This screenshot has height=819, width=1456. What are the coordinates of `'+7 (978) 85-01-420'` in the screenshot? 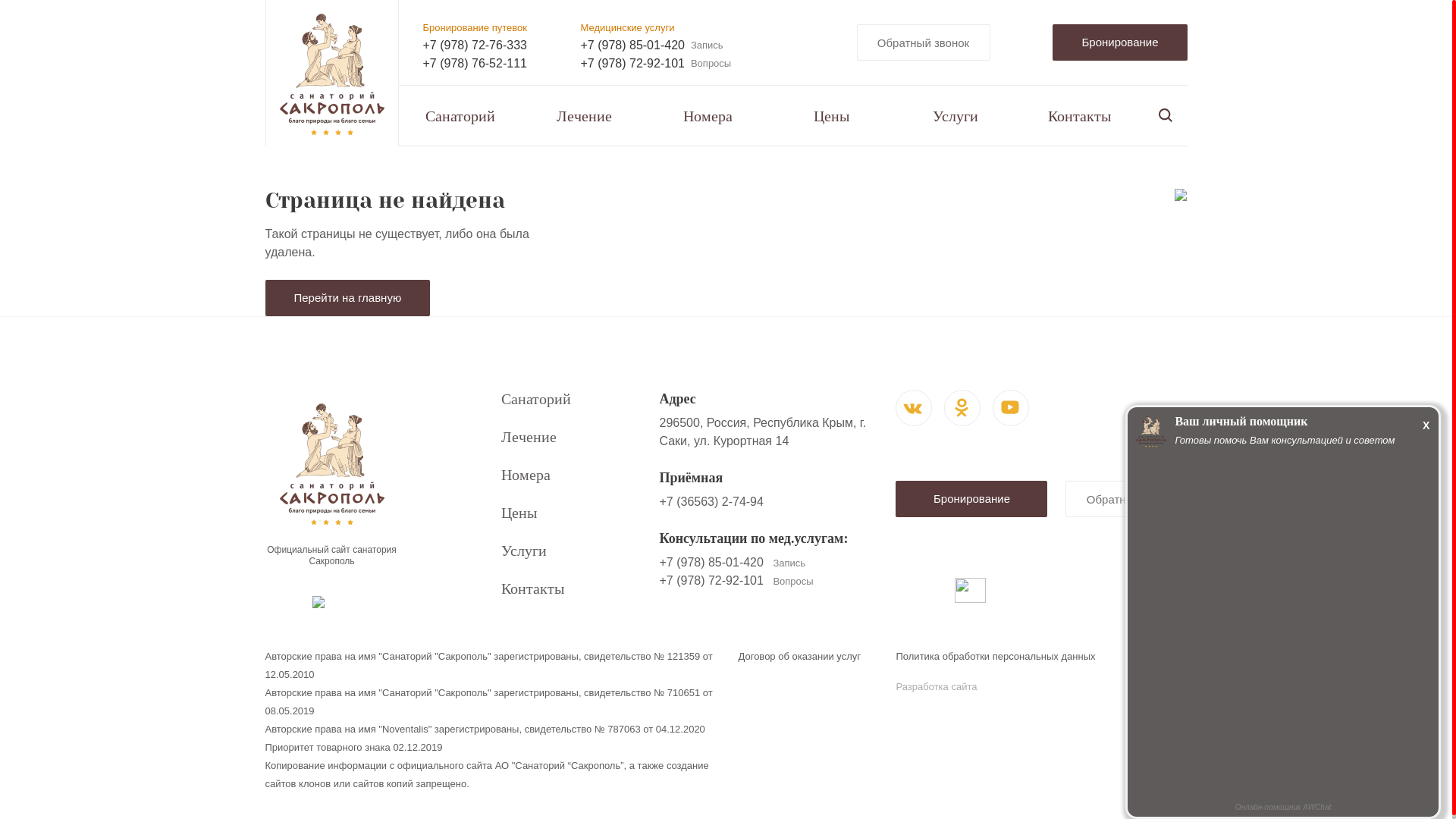 It's located at (580, 45).